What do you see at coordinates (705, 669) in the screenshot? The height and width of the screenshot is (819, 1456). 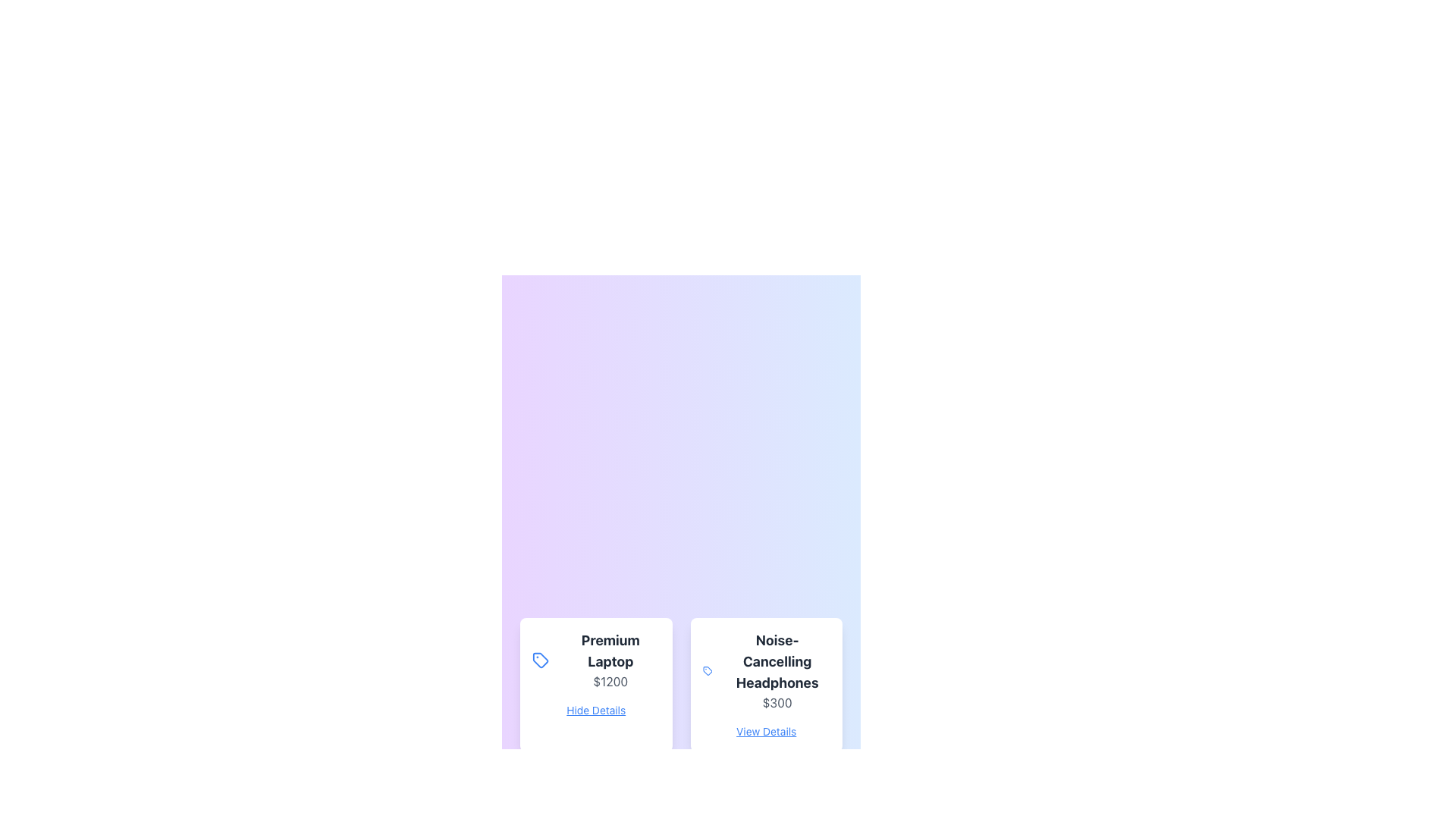 I see `the icon representing the 'Noise-Cancelling Headphones' in the second card from the left` at bounding box center [705, 669].